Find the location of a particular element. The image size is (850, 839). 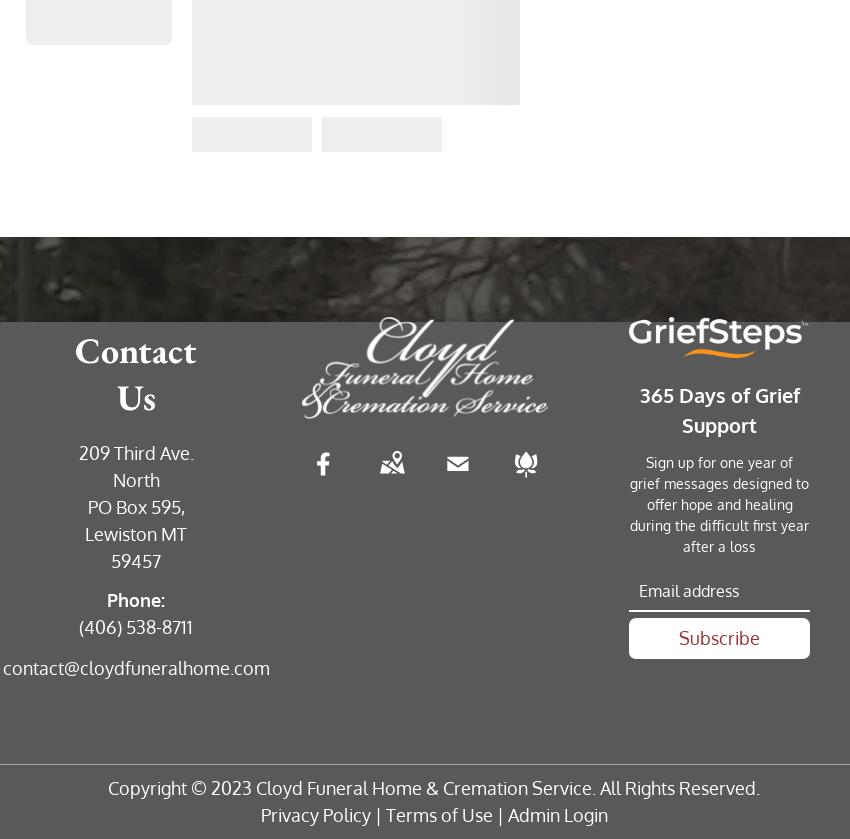

'Terms of Use' is located at coordinates (437, 814).